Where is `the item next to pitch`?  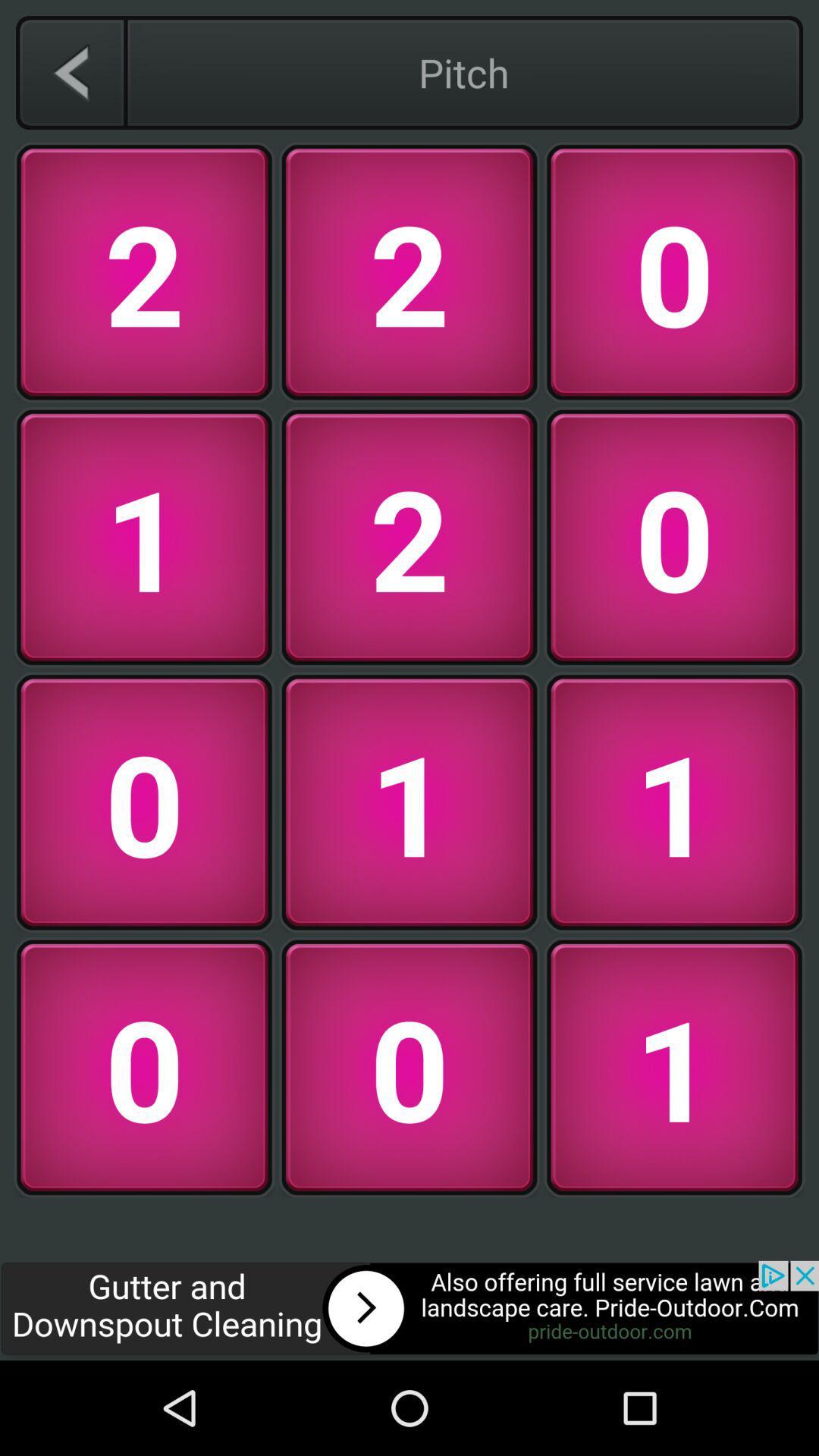
the item next to pitch is located at coordinates (71, 72).